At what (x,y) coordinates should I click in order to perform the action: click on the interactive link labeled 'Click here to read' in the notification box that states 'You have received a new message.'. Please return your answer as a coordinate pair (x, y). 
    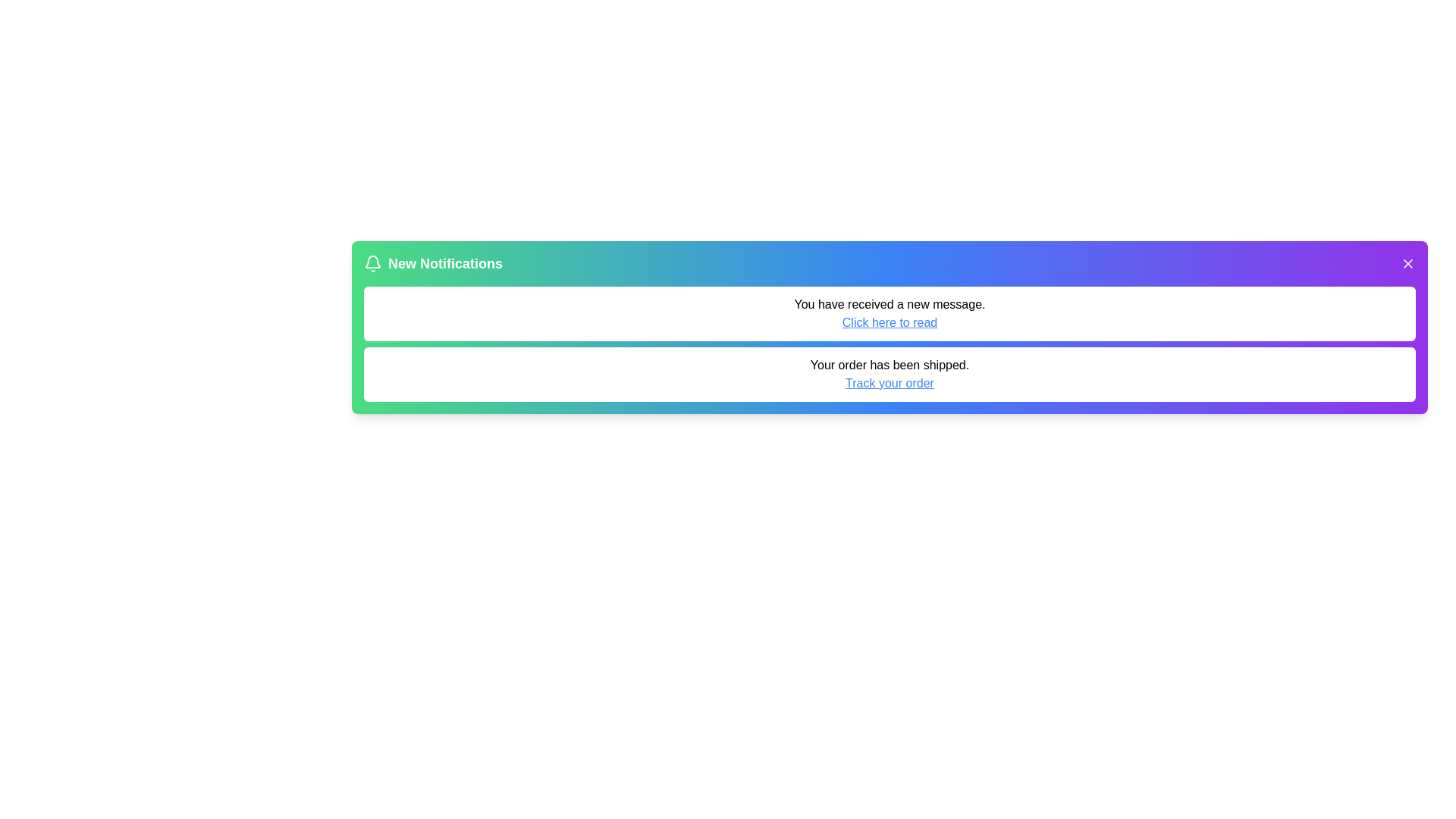
    Looking at the image, I should click on (890, 312).